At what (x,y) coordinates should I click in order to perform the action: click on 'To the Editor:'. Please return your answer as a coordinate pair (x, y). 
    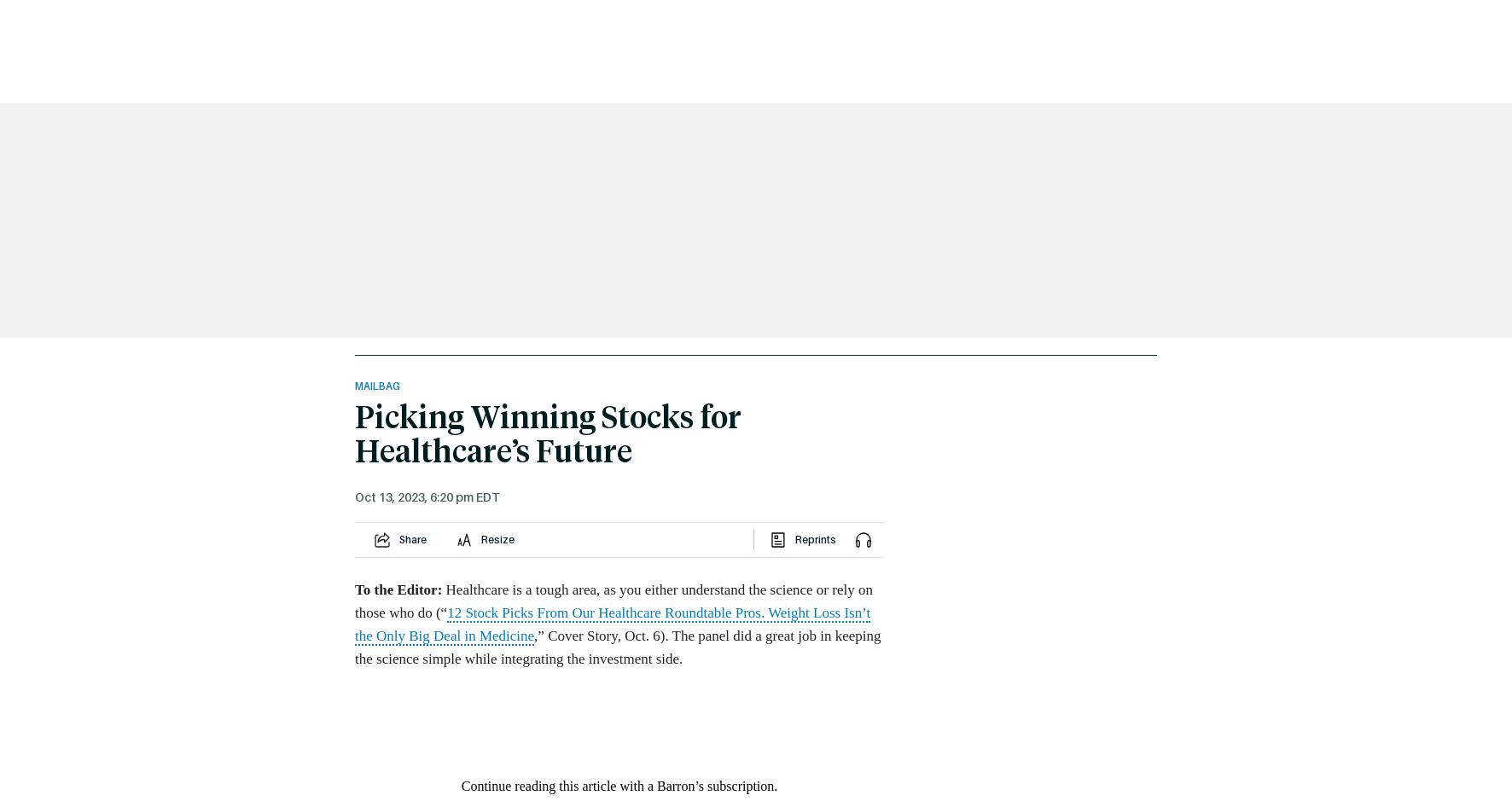
    Looking at the image, I should click on (397, 589).